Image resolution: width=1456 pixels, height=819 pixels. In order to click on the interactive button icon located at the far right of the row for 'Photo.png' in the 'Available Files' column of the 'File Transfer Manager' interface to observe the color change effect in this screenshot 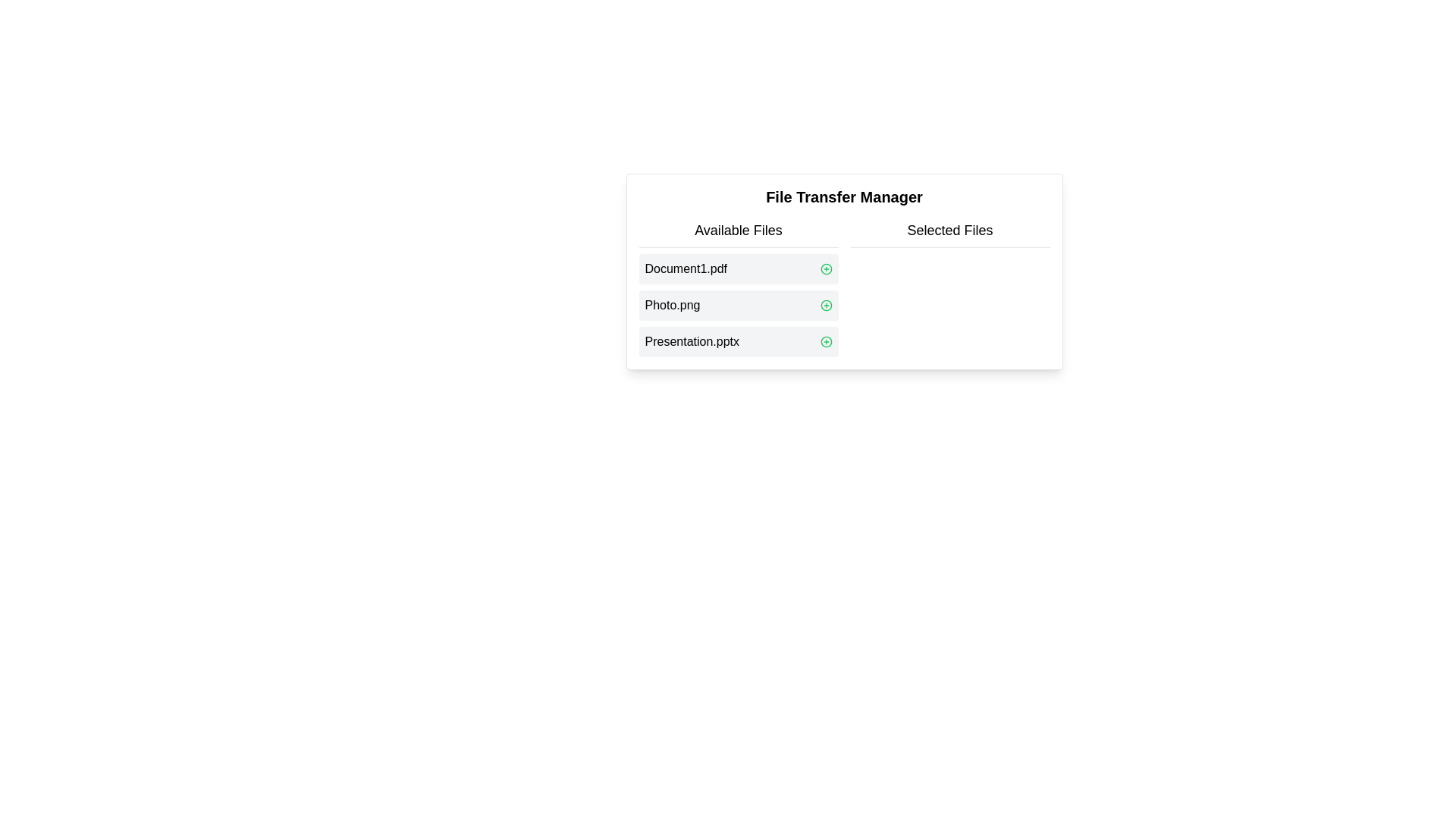, I will do `click(825, 305)`.